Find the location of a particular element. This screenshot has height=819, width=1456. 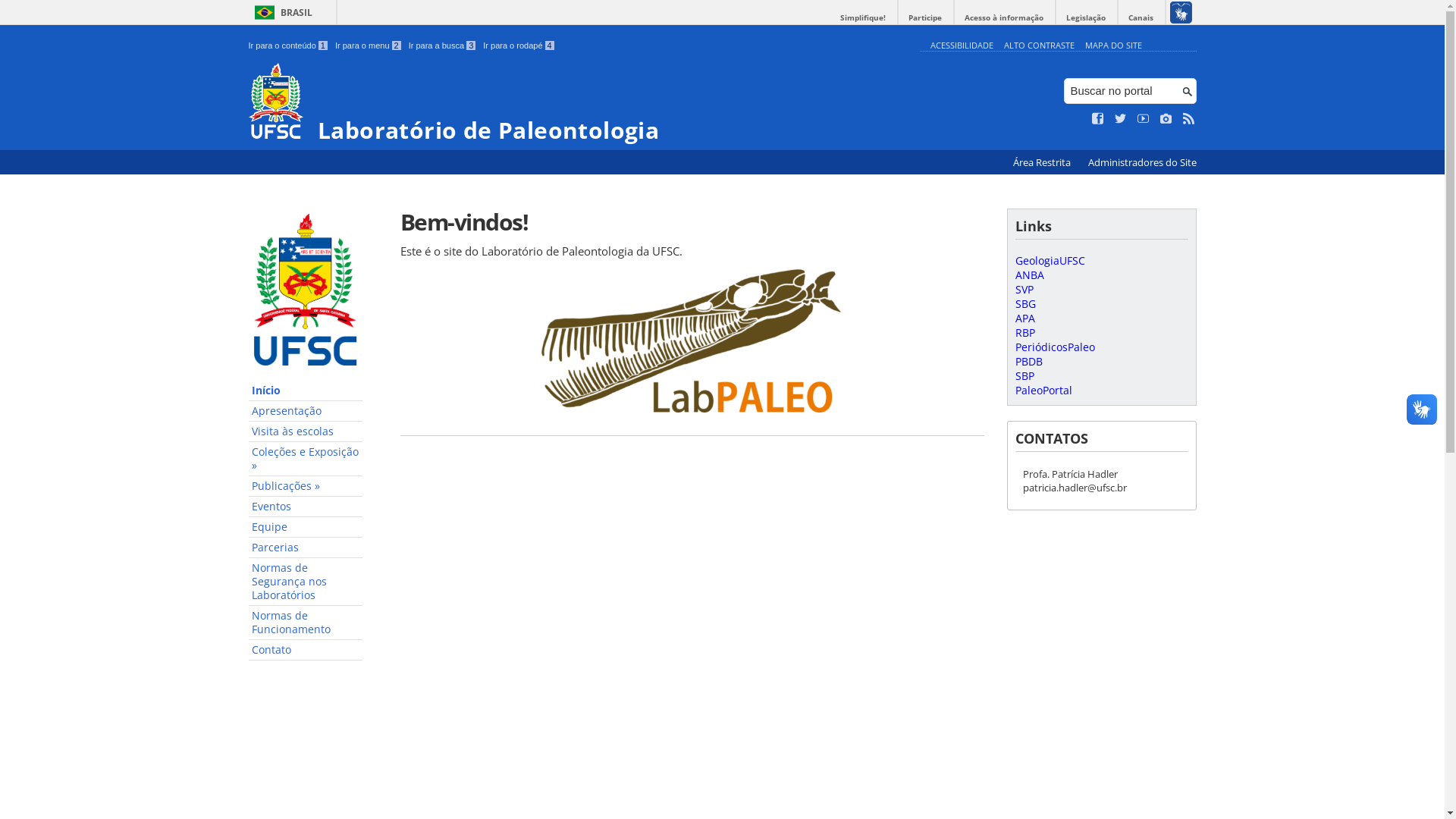

'PaleoPortal' is located at coordinates (1042, 389).